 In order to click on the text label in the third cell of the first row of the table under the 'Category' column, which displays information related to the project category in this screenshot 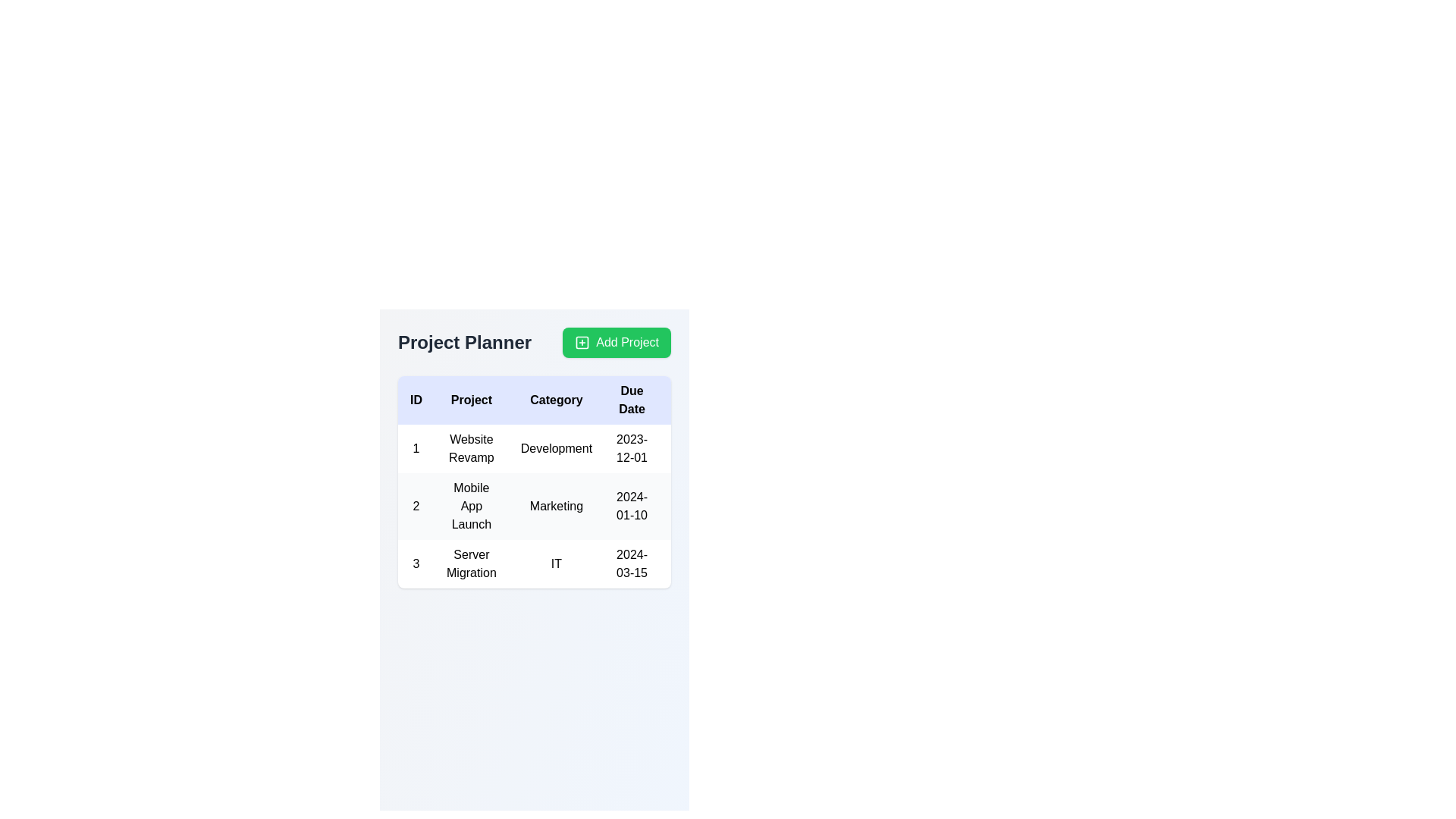, I will do `click(556, 447)`.